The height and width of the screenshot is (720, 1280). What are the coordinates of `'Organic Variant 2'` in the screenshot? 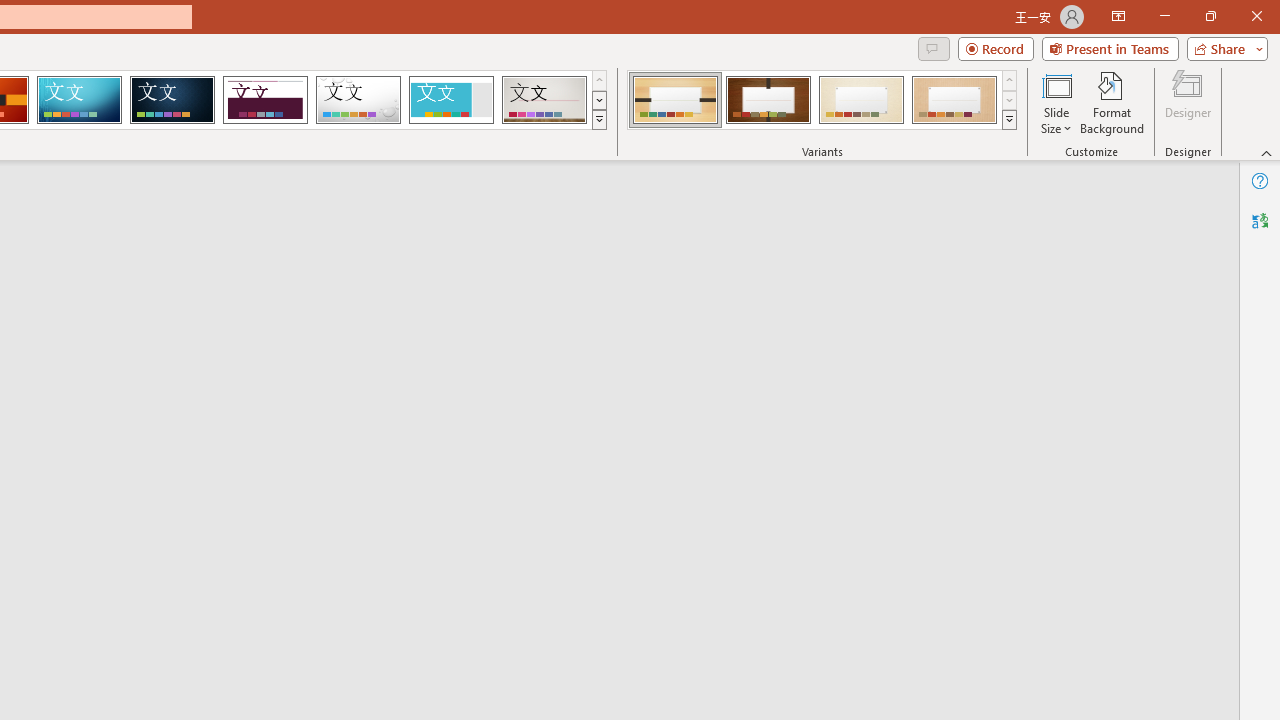 It's located at (767, 100).